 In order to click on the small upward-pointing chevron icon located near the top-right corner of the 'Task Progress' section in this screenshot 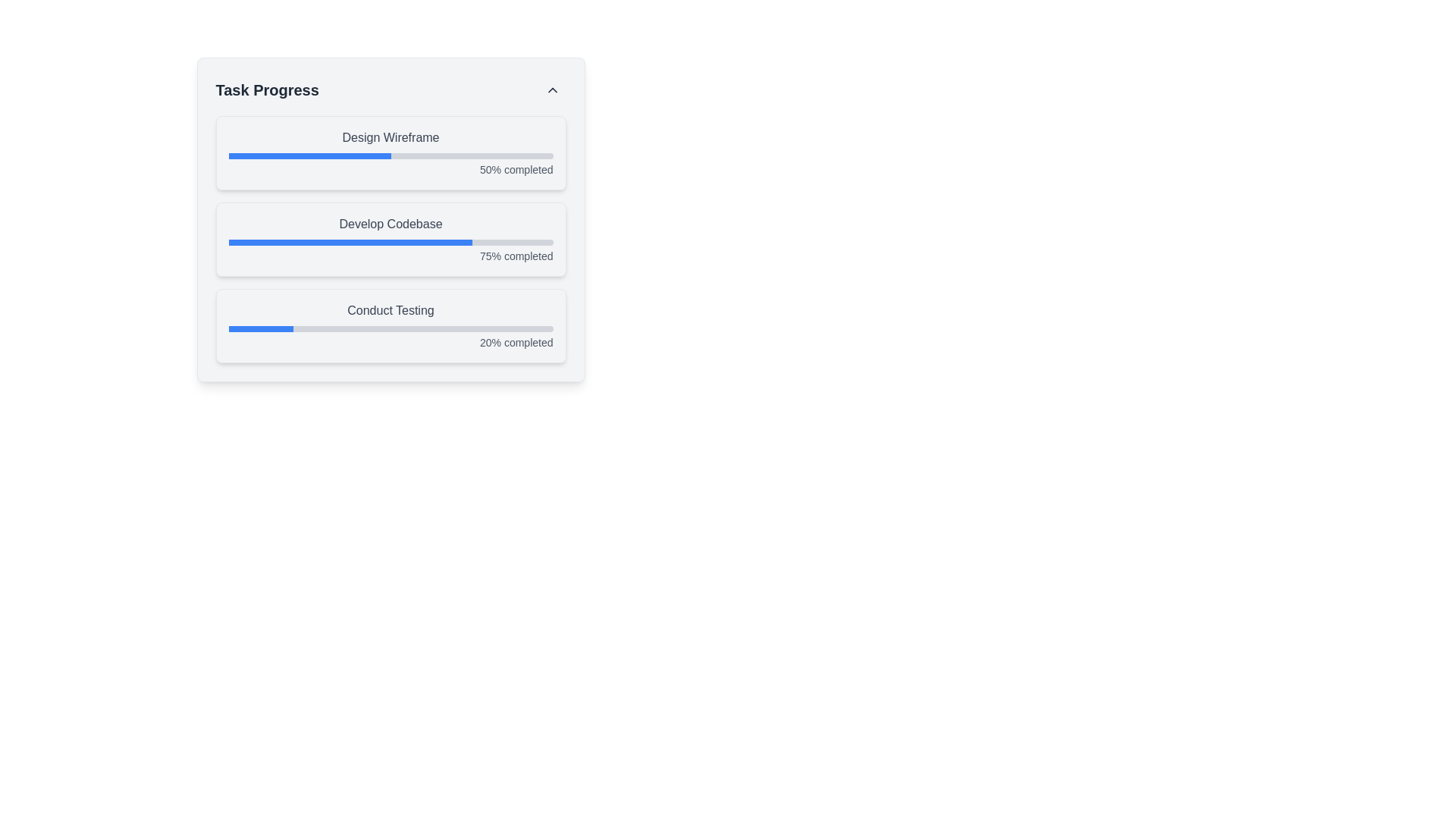, I will do `click(551, 90)`.